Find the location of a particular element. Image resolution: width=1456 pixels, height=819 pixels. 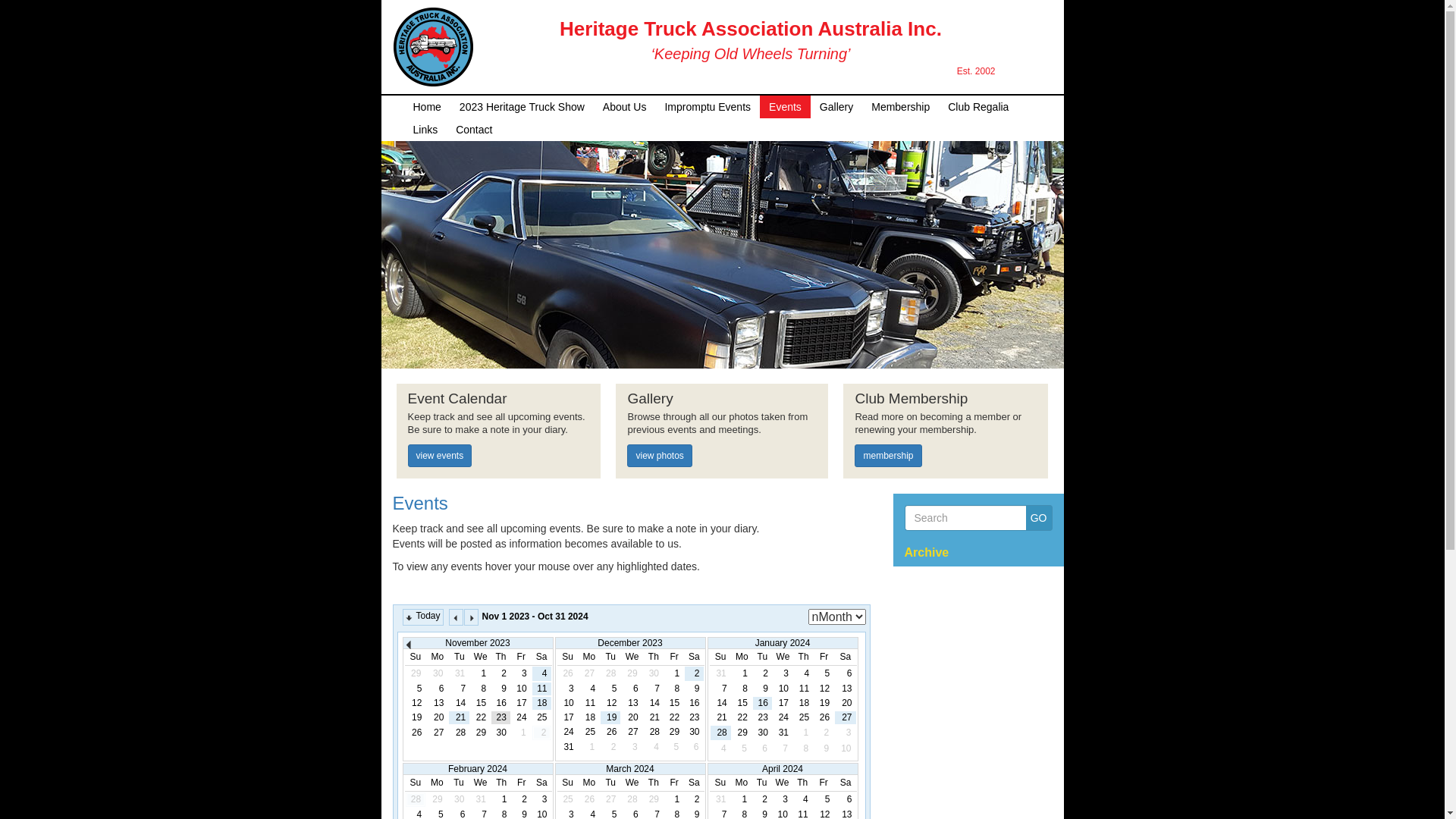

'Prev' is located at coordinates (455, 617).